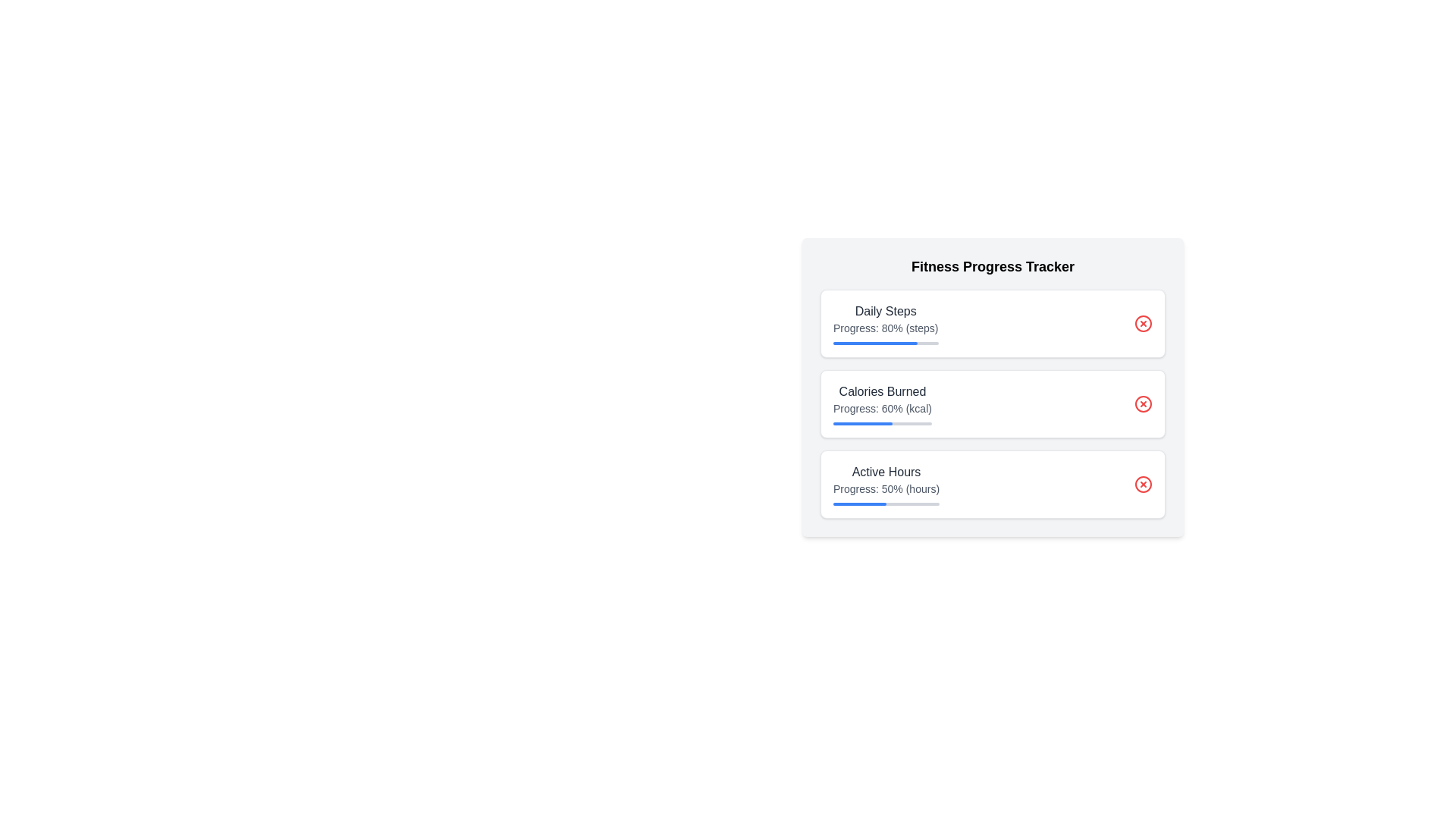  I want to click on the progress details of the calorie burning Card located in the Fitness Progress Tracker, which is the second card in a vertical list, so click(993, 386).